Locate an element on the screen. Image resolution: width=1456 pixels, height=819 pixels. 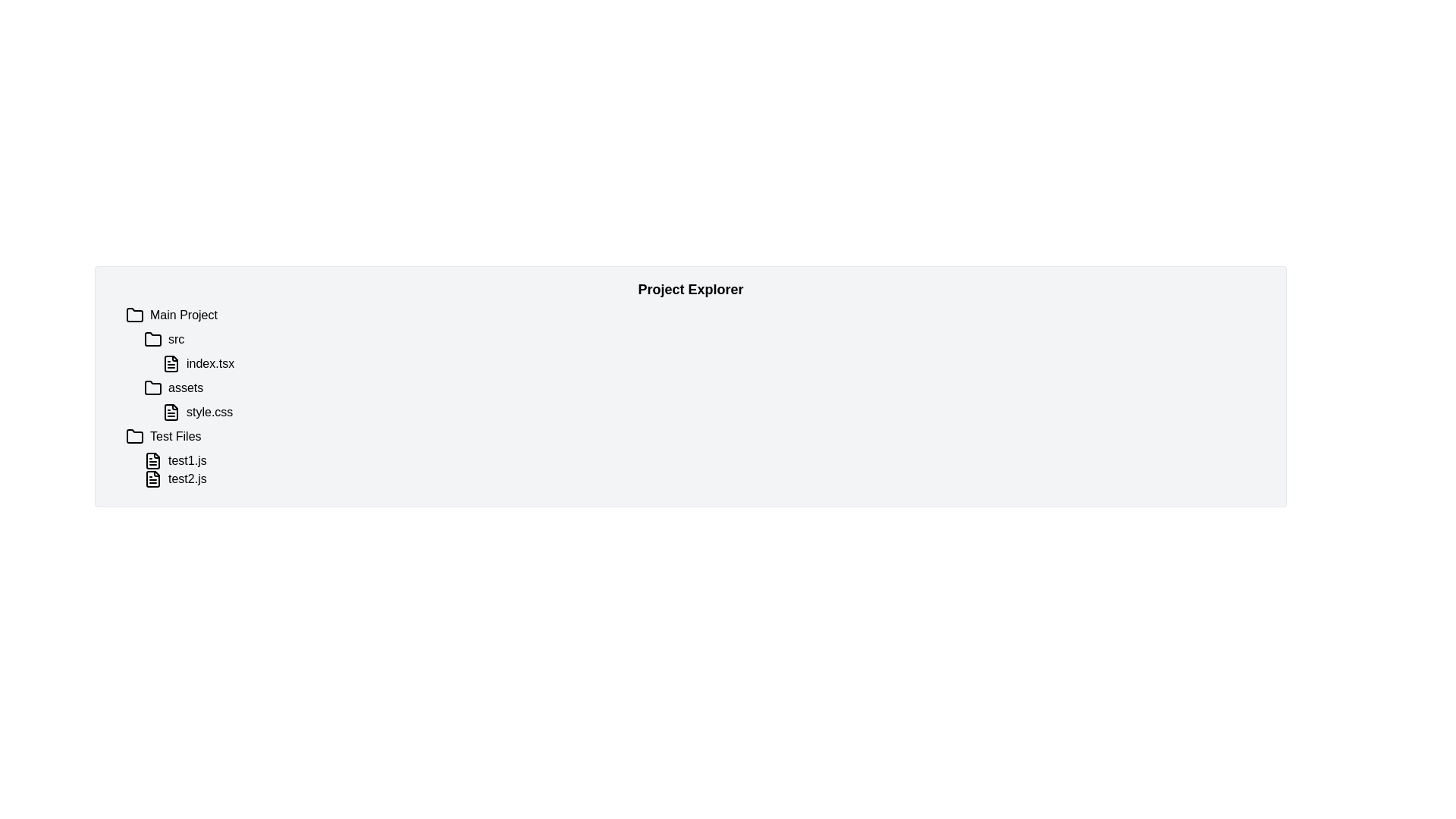
text displayed in the bold label 'Project Explorer' located centrally at the top of the panel is located at coordinates (690, 289).